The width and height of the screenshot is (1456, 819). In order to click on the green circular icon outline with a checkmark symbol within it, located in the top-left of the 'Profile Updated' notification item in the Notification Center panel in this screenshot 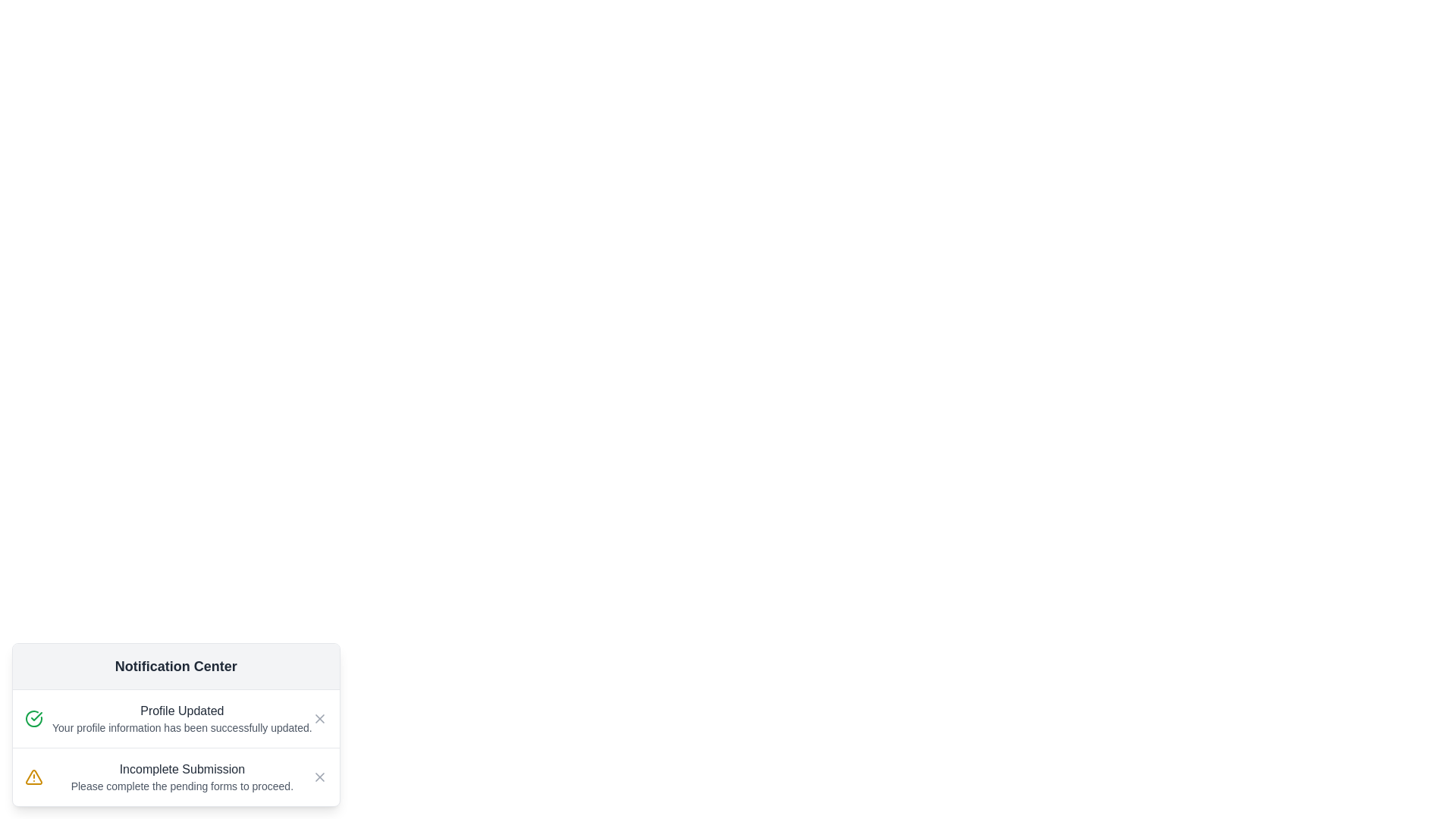, I will do `click(33, 718)`.